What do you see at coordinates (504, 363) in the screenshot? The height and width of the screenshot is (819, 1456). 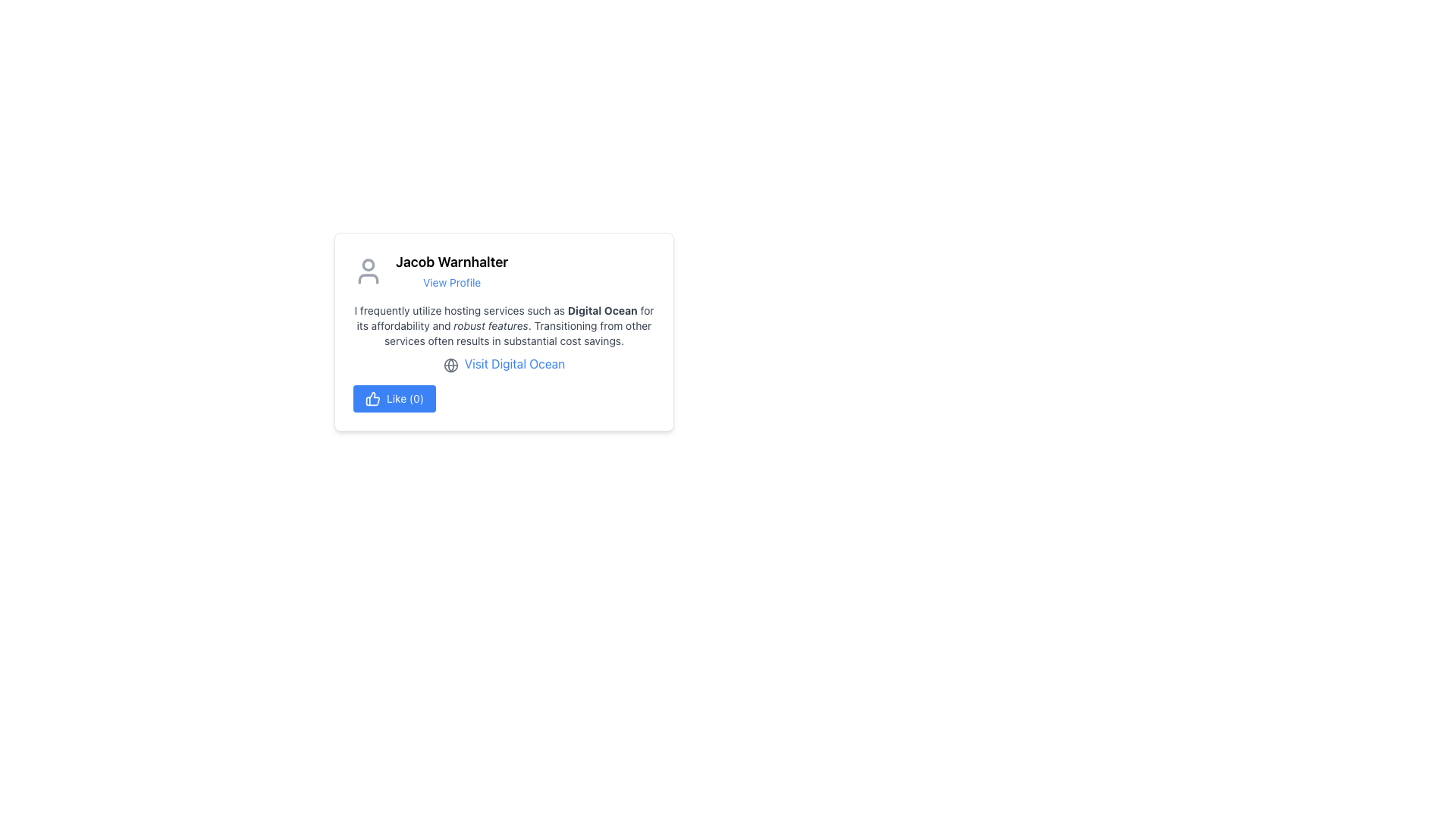 I see `the 'Visit Digital Ocean' hyperlink, which is styled in blue with an underline that appears on hover, located below the 'Jacob Warnhalter' card header and above the 'Like (0)' button` at bounding box center [504, 363].